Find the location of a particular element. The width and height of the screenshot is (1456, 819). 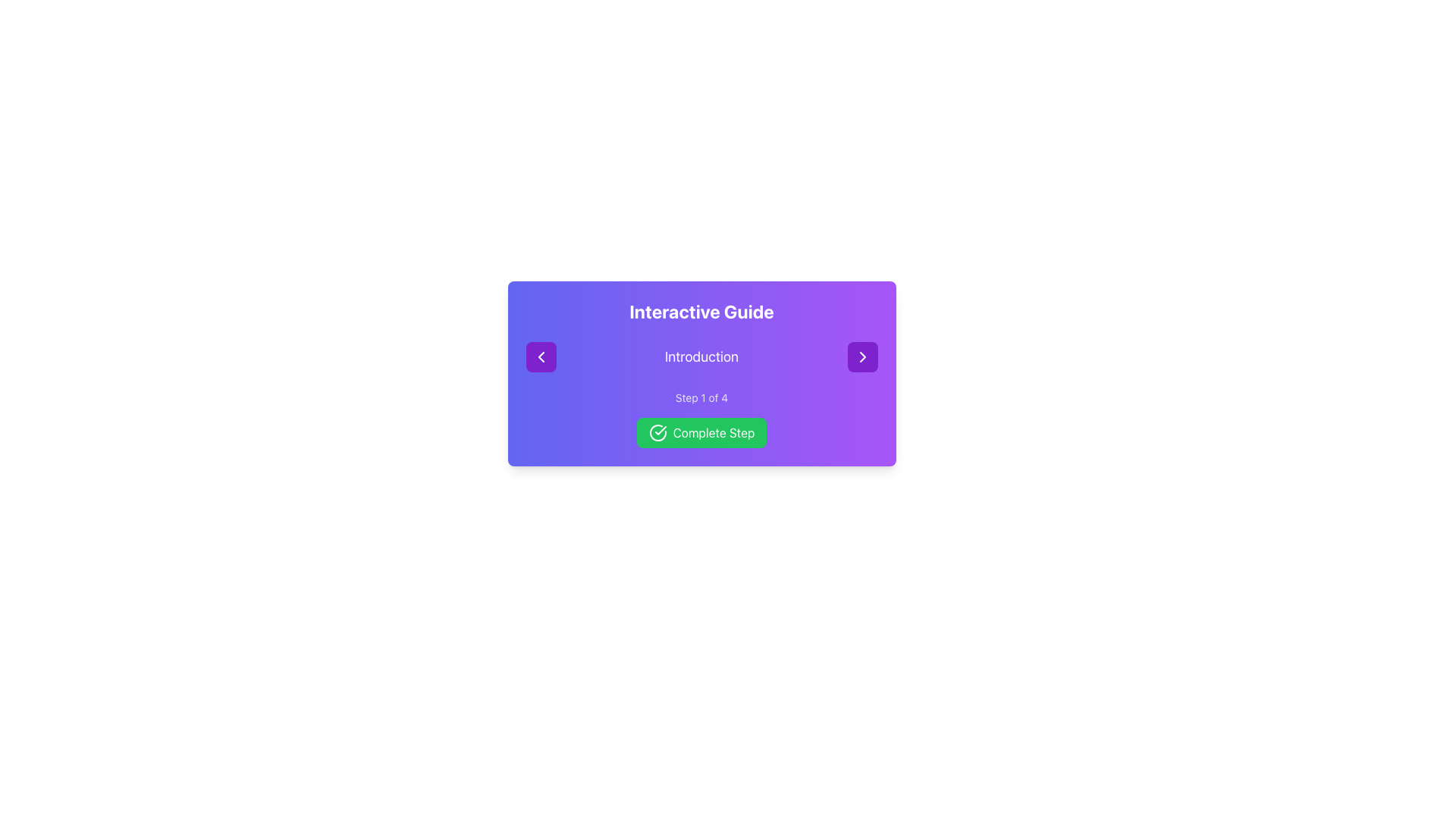

the 'Complete Step' button with a green background and white text, located at the bottom of the 'Interactive Guide' box is located at coordinates (701, 432).